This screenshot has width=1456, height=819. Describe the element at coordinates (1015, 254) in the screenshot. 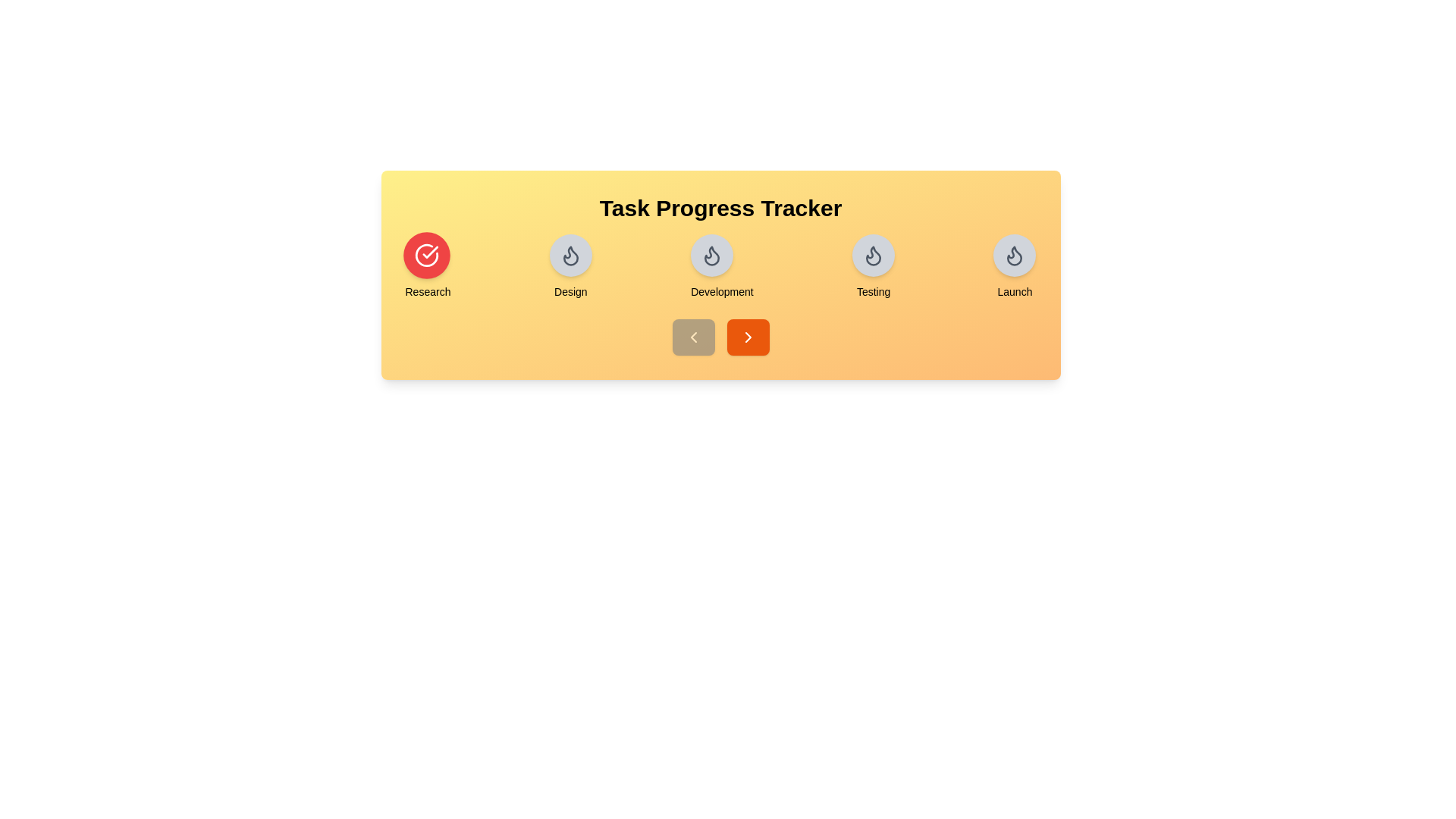

I see `the circular icon with a flame design, which serves as the last stage indicator in the 'Task Progress Tracker' row labeled 'Launch'` at that location.